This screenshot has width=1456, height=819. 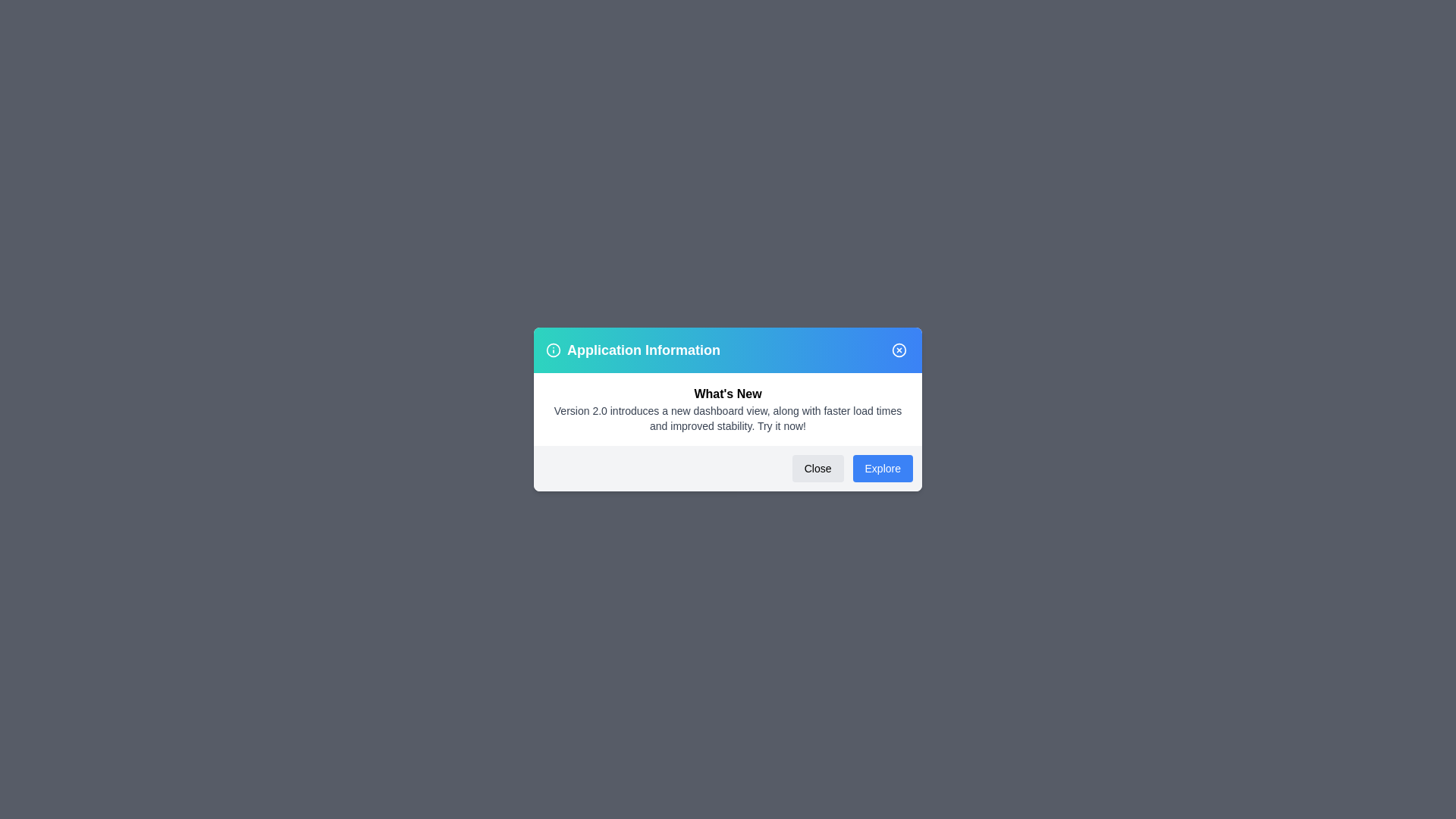 I want to click on the 'Explore' button in the footer of the dialog, so click(x=882, y=467).